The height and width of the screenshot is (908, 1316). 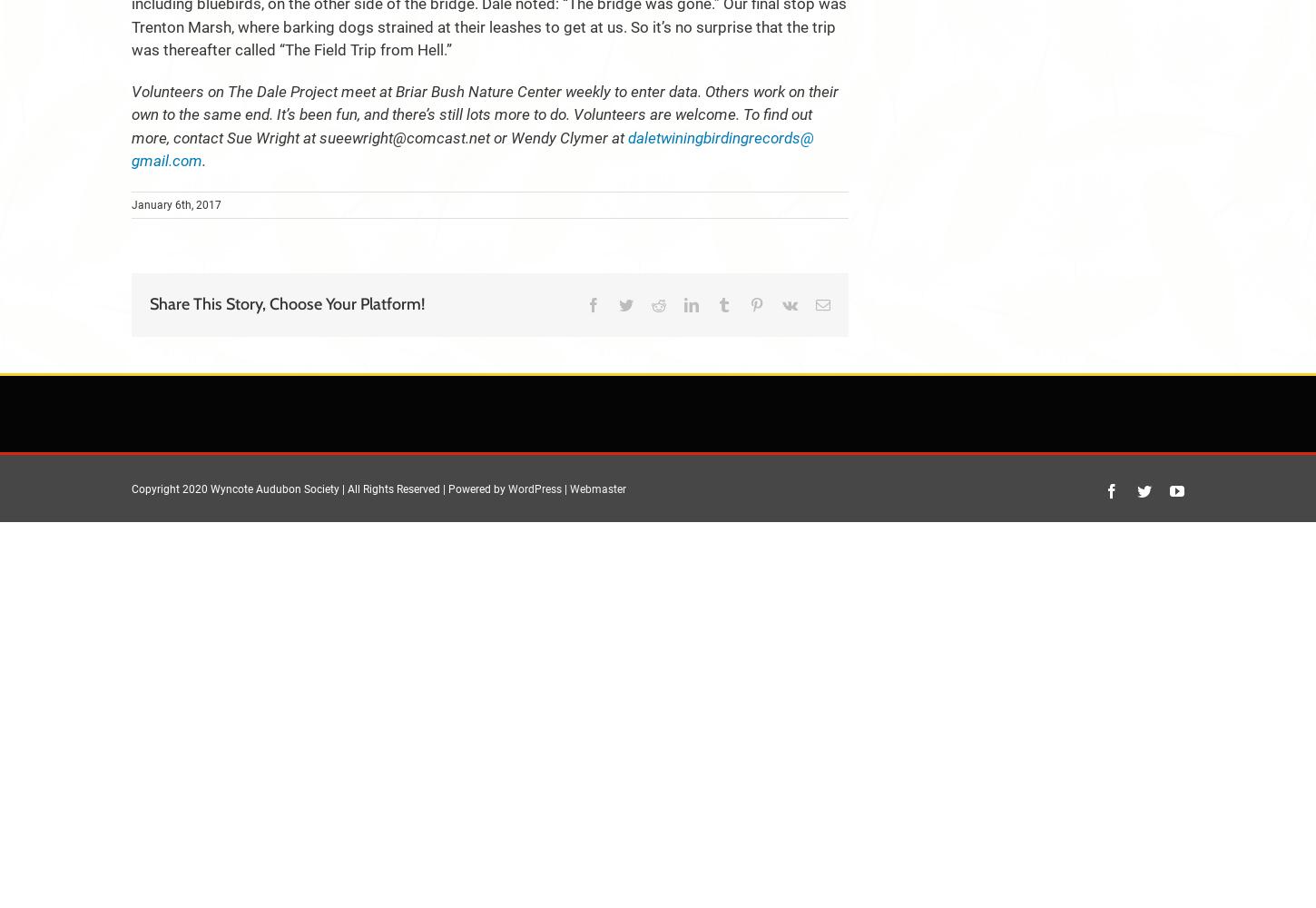 What do you see at coordinates (287, 303) in the screenshot?
I see `'Share This Story, Choose Your Platform!'` at bounding box center [287, 303].